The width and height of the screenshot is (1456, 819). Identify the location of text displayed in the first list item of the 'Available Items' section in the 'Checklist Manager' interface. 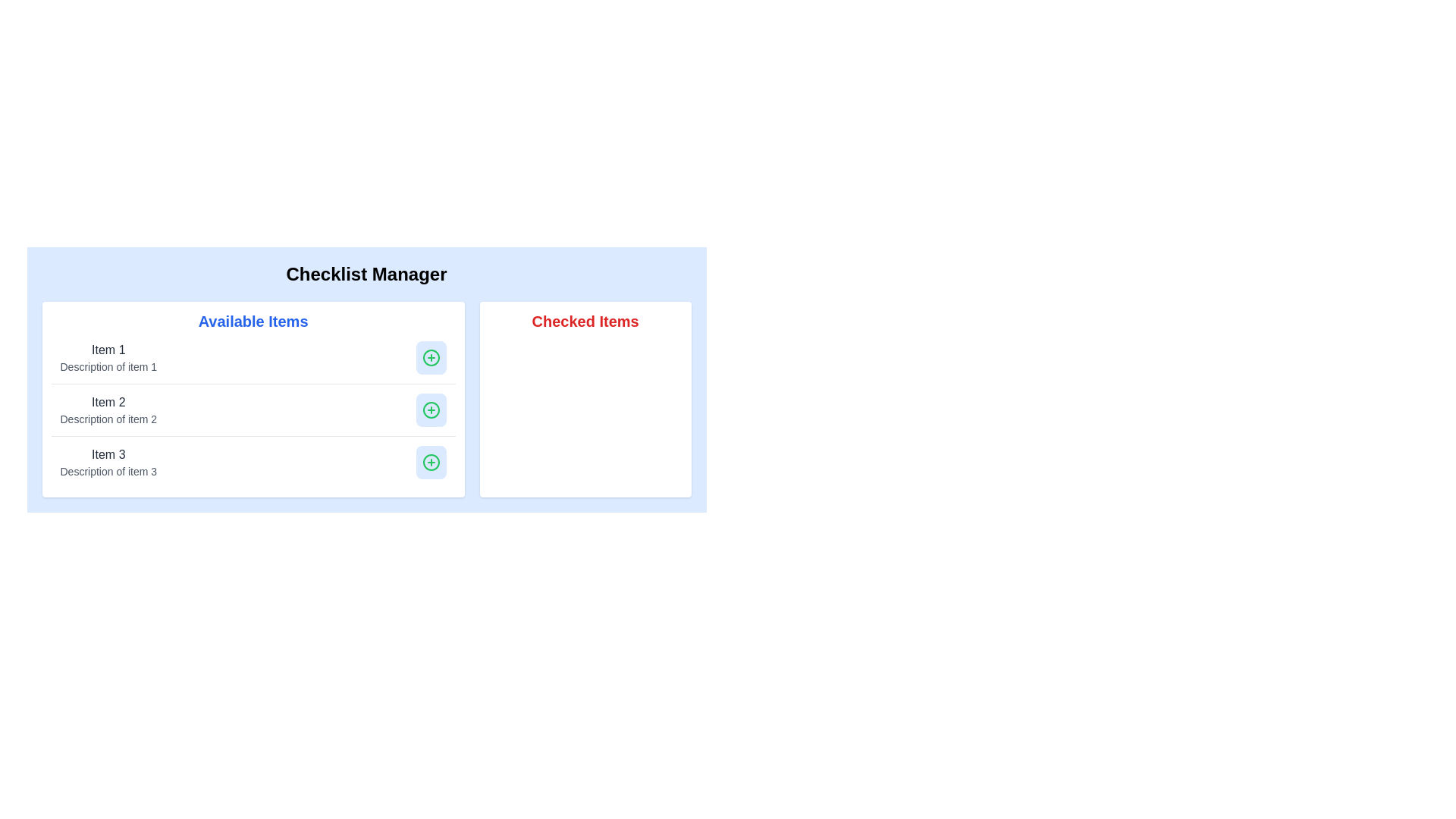
(108, 357).